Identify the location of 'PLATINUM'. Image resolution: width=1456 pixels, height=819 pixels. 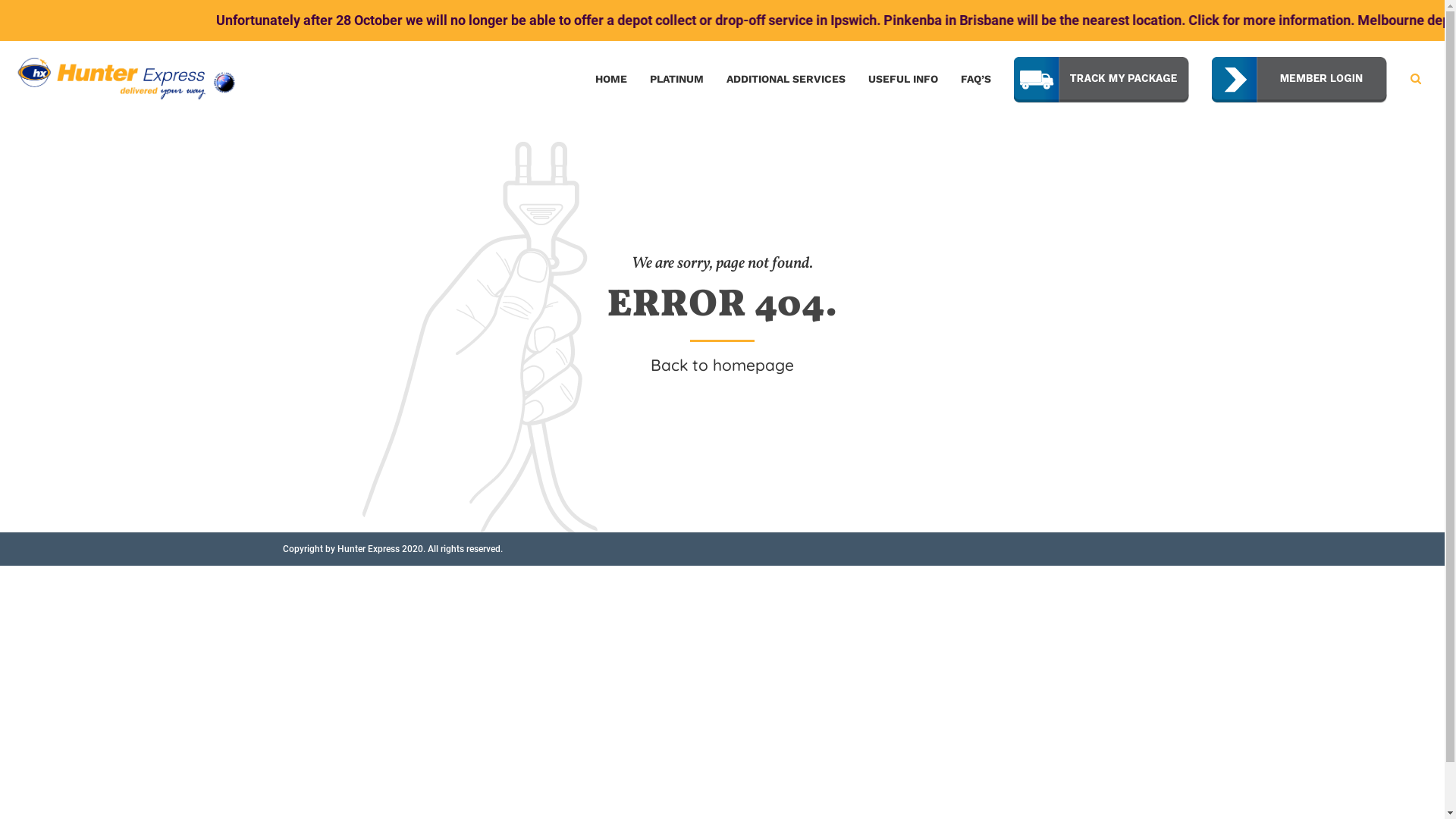
(676, 79).